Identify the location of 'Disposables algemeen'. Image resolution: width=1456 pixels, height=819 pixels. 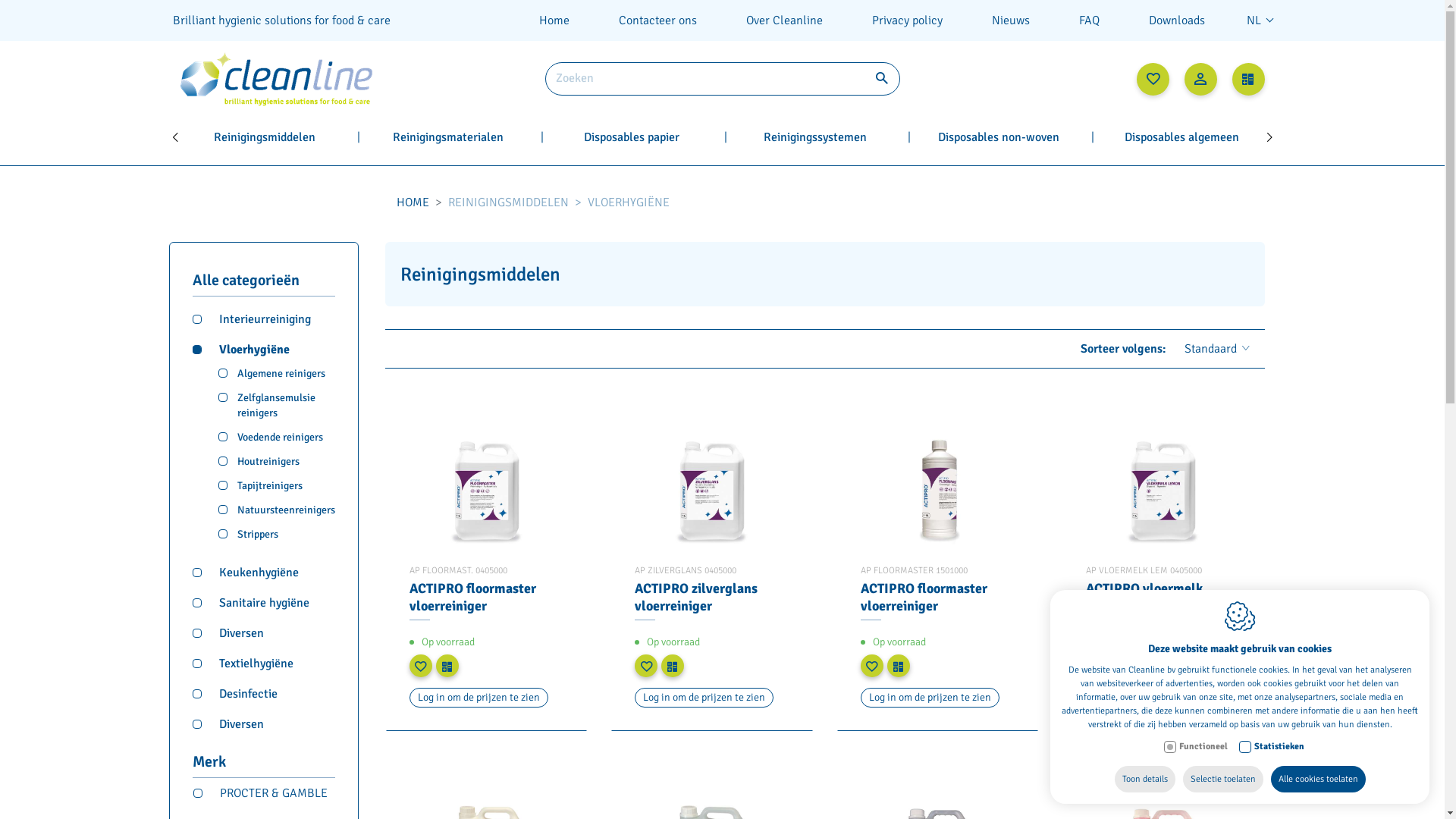
(1181, 137).